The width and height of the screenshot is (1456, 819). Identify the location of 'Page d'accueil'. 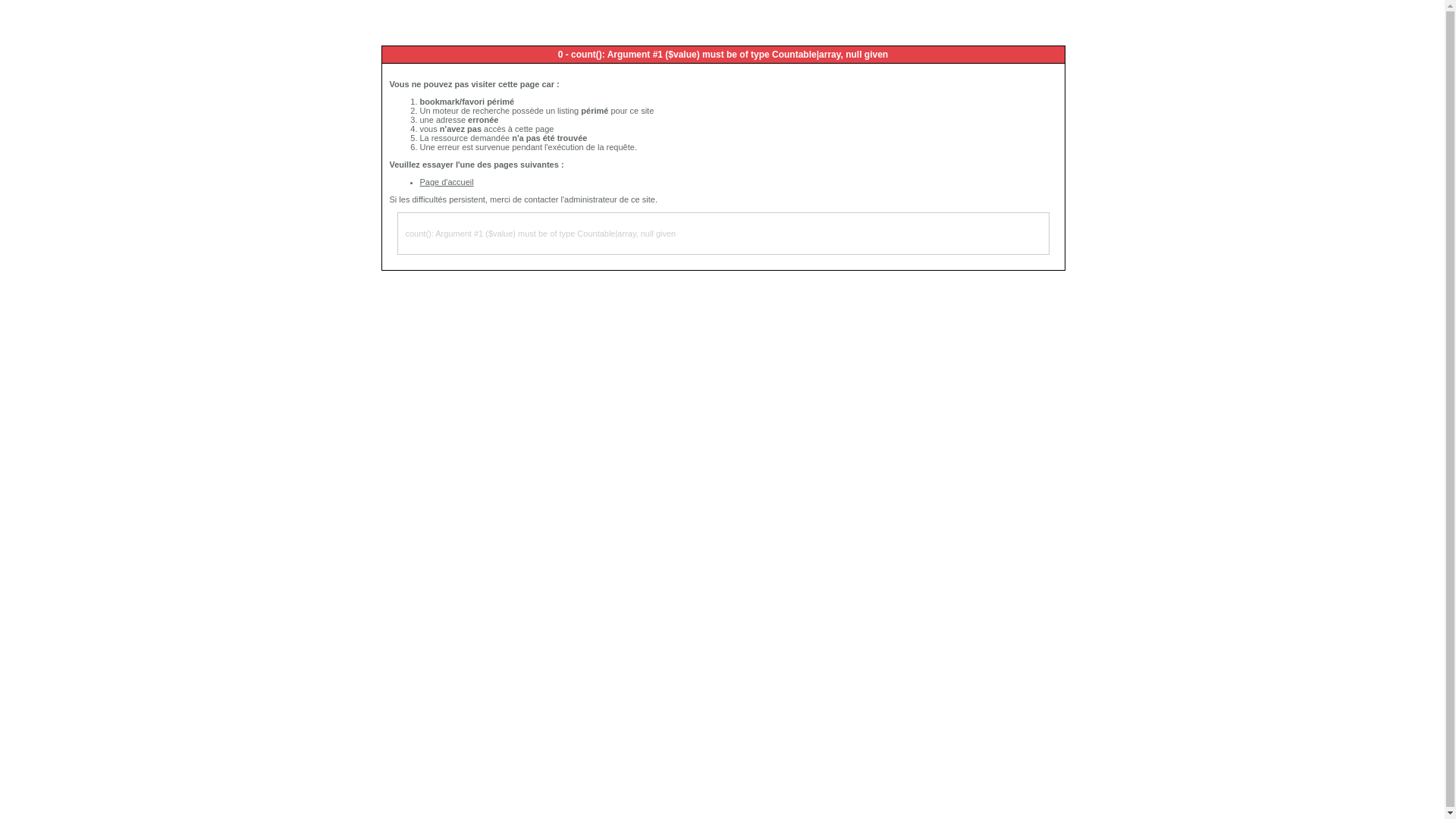
(446, 180).